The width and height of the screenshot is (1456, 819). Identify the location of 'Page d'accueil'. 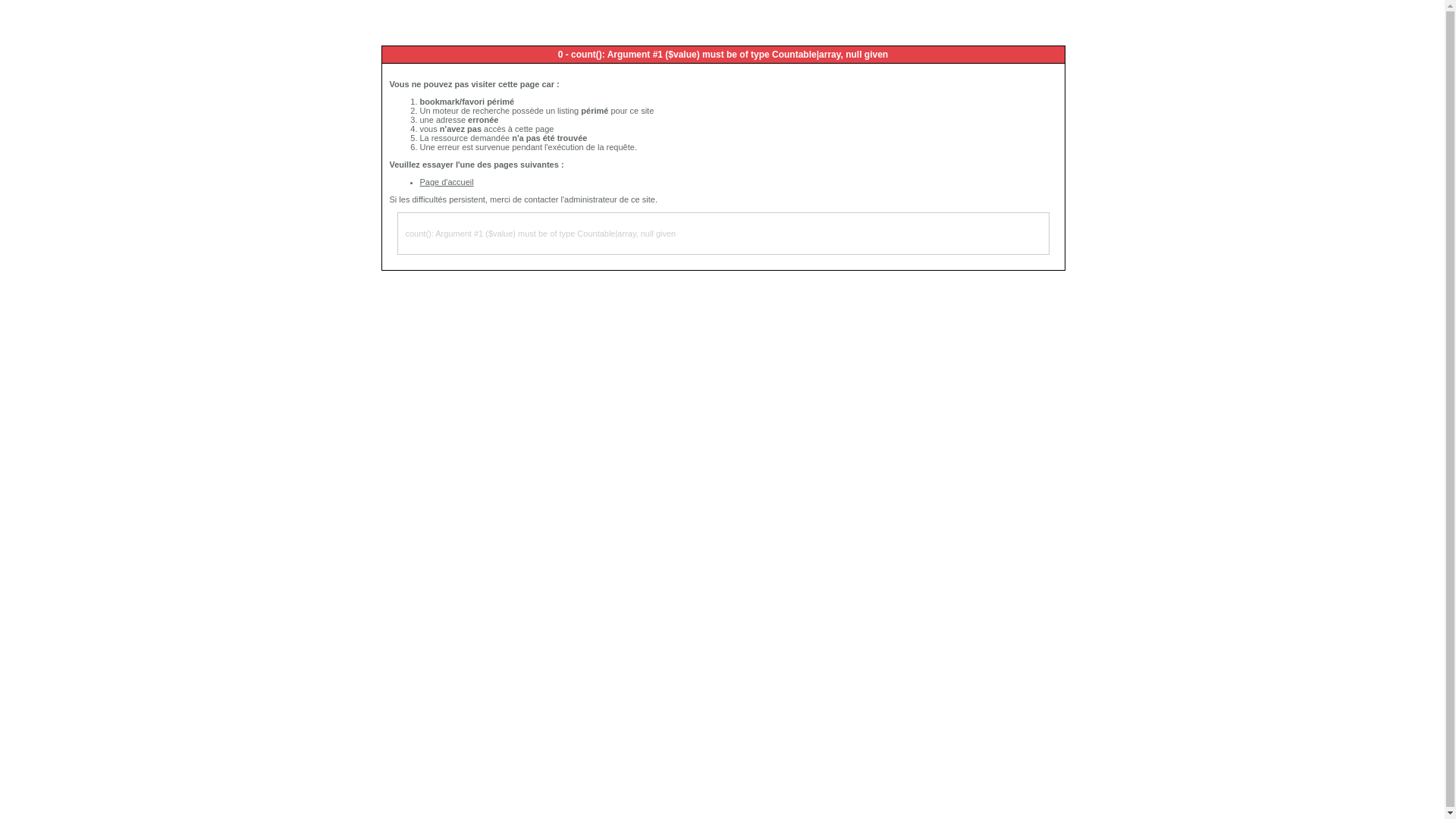
(446, 180).